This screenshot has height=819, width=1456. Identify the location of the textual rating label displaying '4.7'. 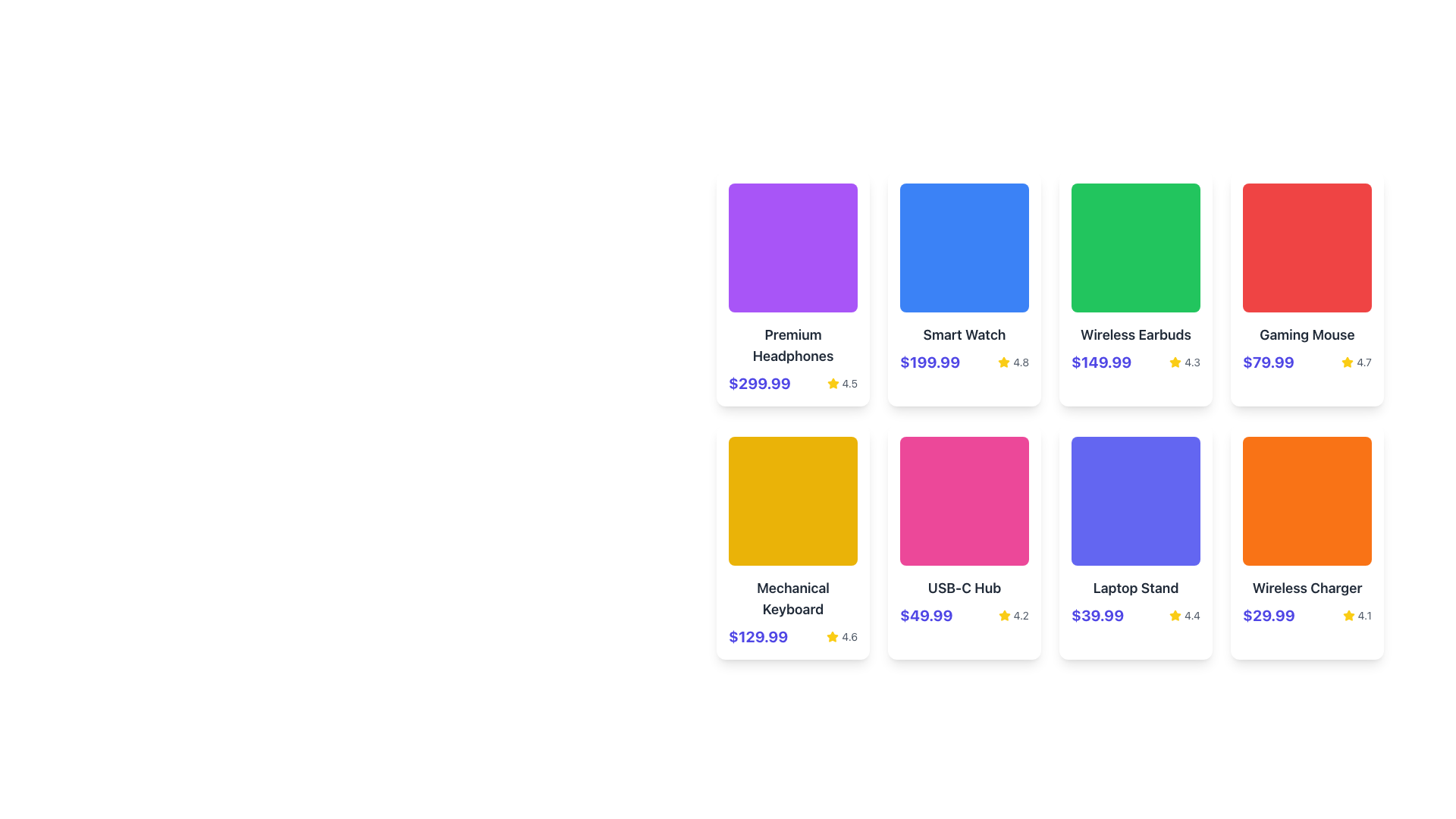
(1357, 362).